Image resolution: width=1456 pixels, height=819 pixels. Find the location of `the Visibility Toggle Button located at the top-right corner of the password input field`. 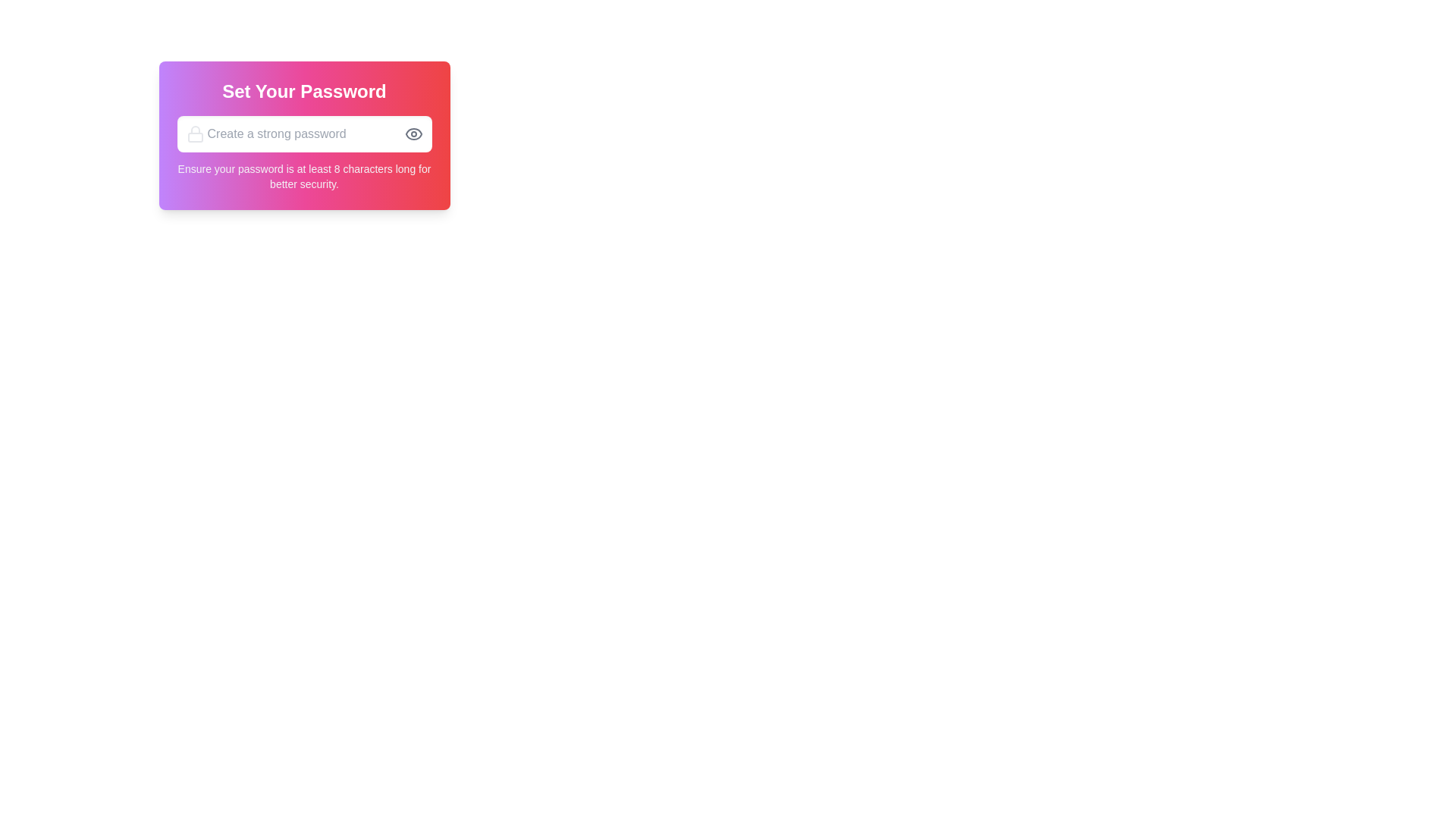

the Visibility Toggle Button located at the top-right corner of the password input field is located at coordinates (413, 133).